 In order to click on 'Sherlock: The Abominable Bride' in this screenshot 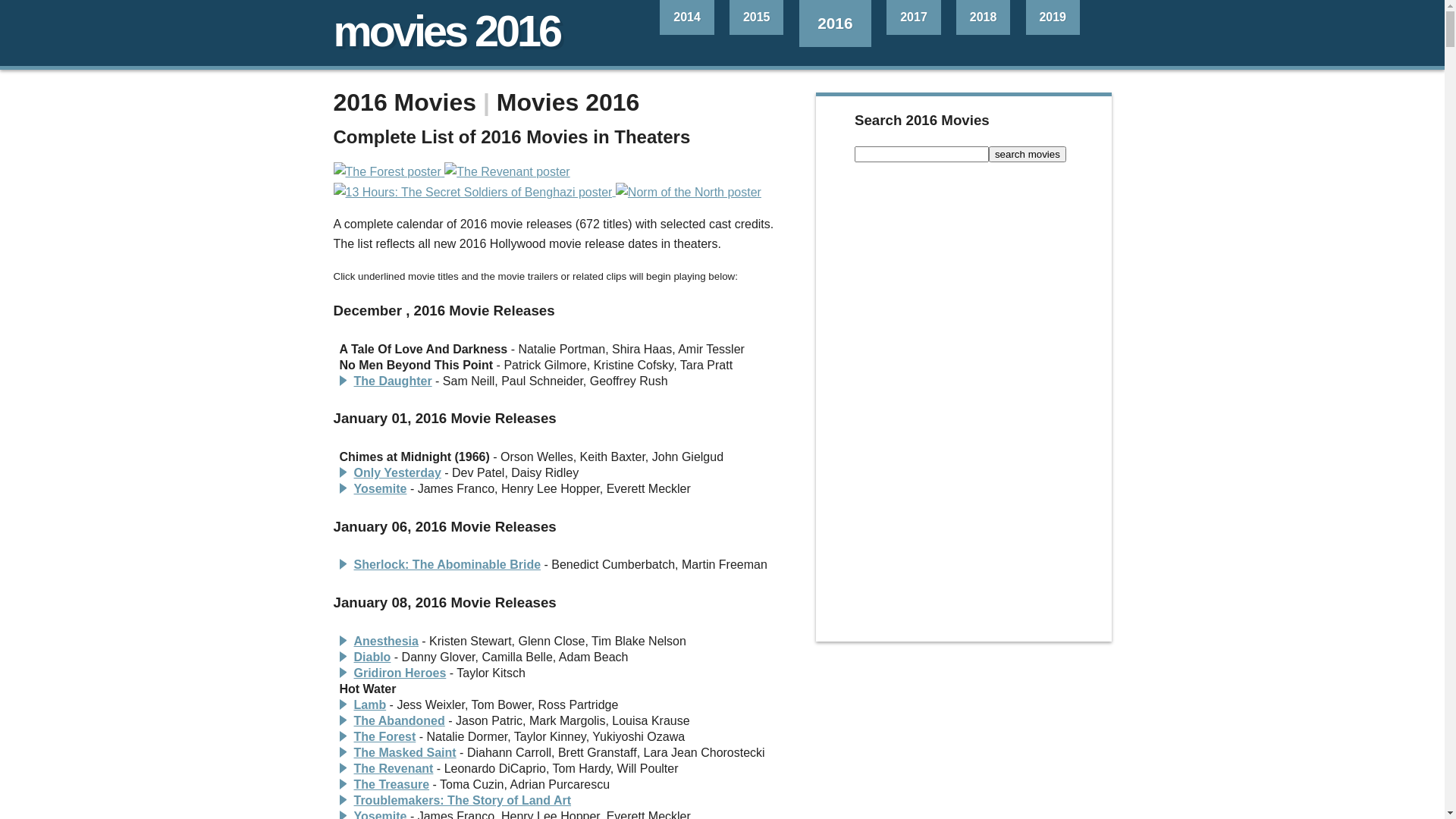, I will do `click(446, 564)`.